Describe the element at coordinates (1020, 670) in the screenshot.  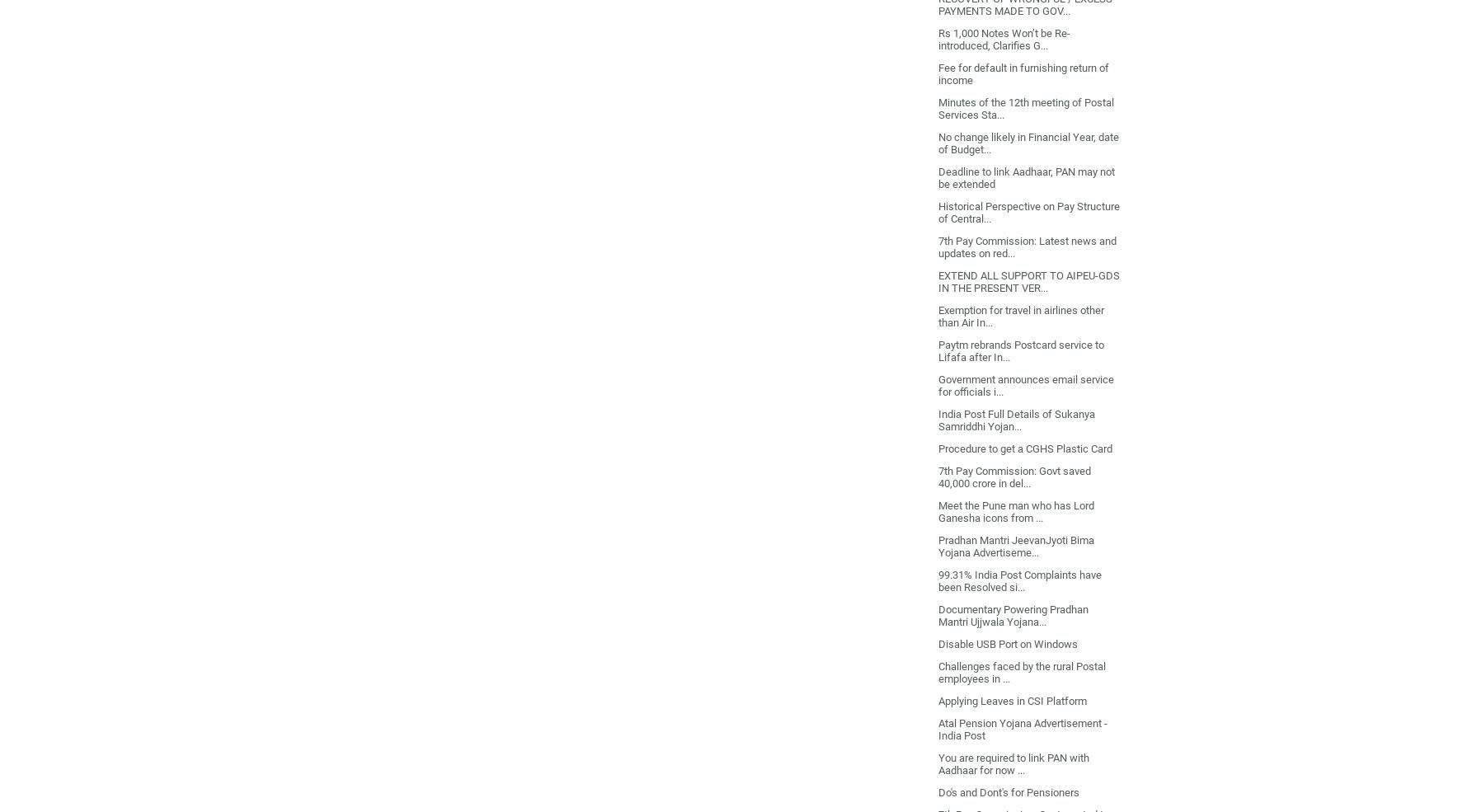
I see `'Challenges faced by the rural Postal employees in ...'` at that location.